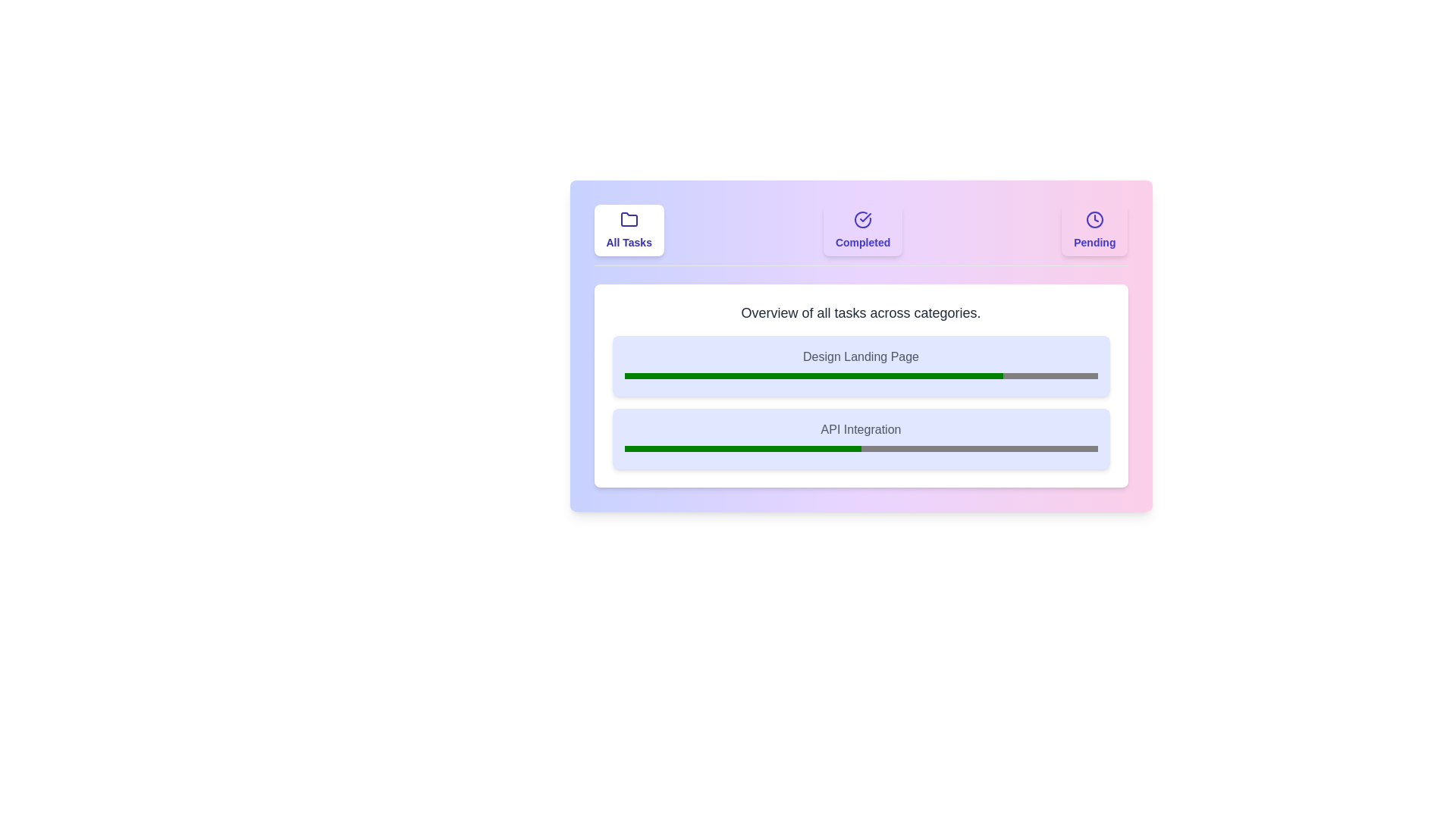 The height and width of the screenshot is (819, 1456). What do you see at coordinates (861, 366) in the screenshot?
I see `task name 'Design Landing Page' from the progress bar with associated label, which has a light indigo background and is the first item in a vertical list` at bounding box center [861, 366].